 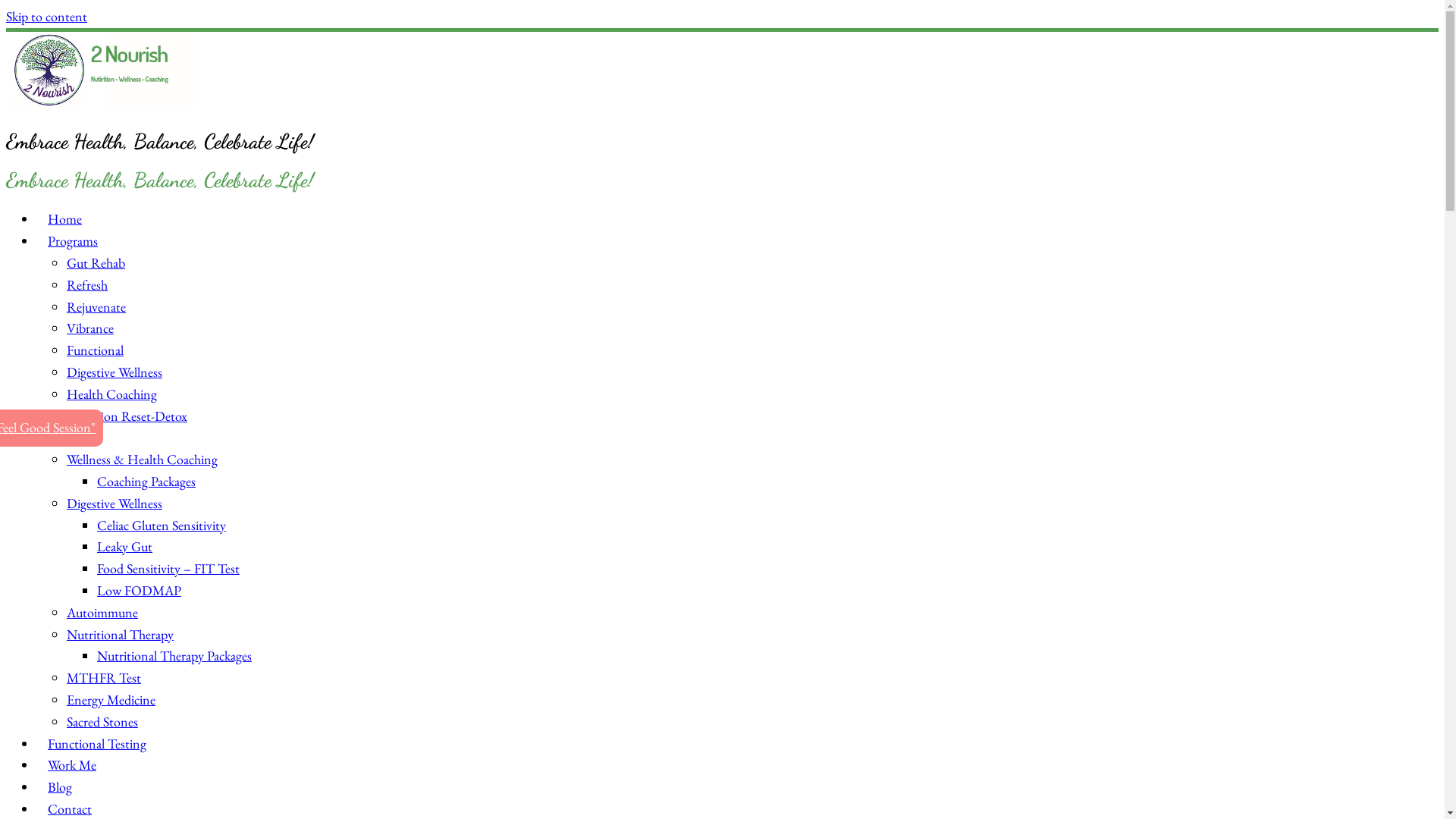 What do you see at coordinates (161, 524) in the screenshot?
I see `'Celiac Gluten Sensitivity'` at bounding box center [161, 524].